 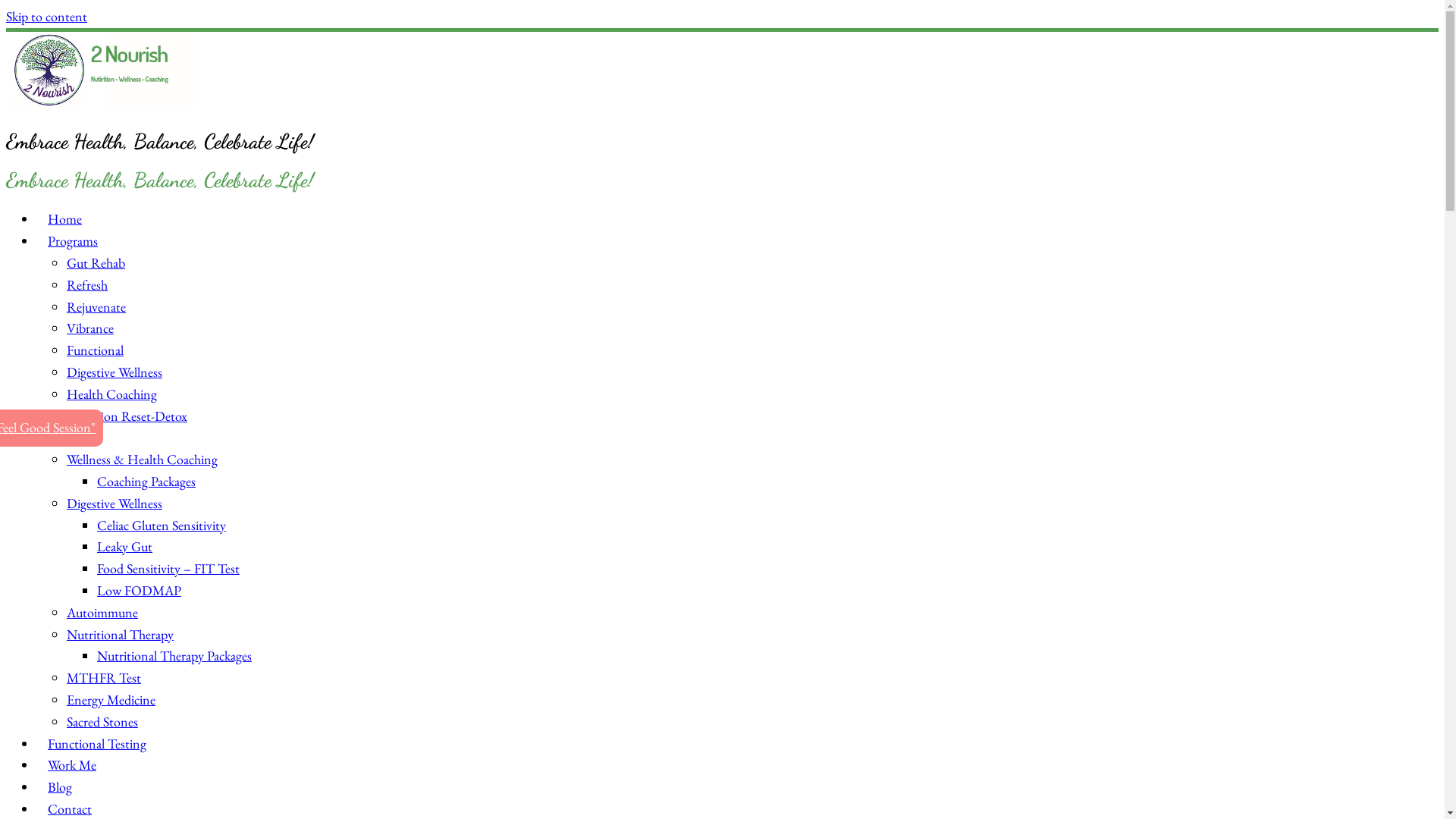 What do you see at coordinates (161, 524) in the screenshot?
I see `'Celiac Gluten Sensitivity'` at bounding box center [161, 524].